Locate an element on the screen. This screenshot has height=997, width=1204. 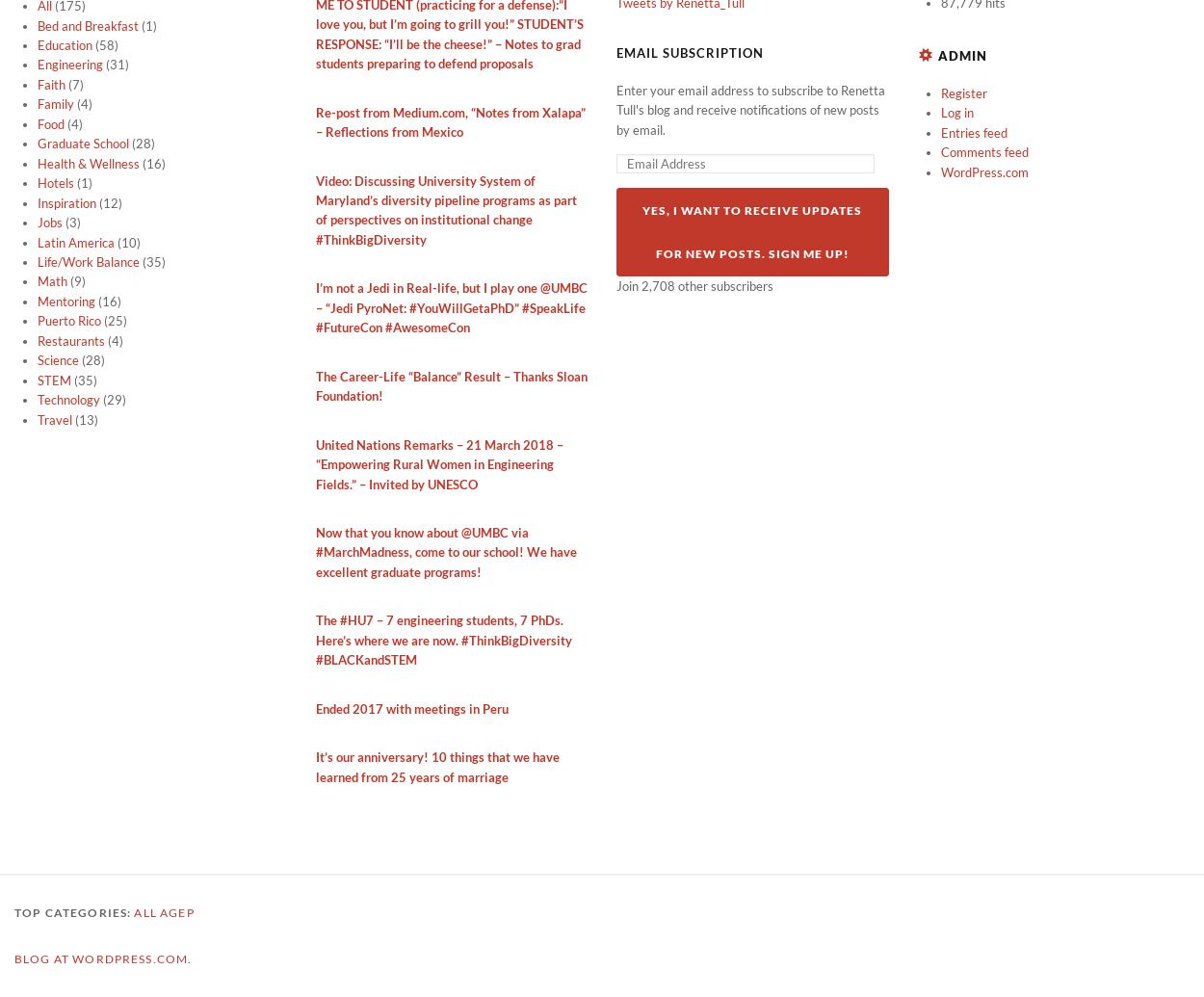
'The #HU7 – 7 engineering students, 7 PhDs. Here’s where we are now. #ThinkBigDiversity #BLACKandSTEM' is located at coordinates (442, 639).